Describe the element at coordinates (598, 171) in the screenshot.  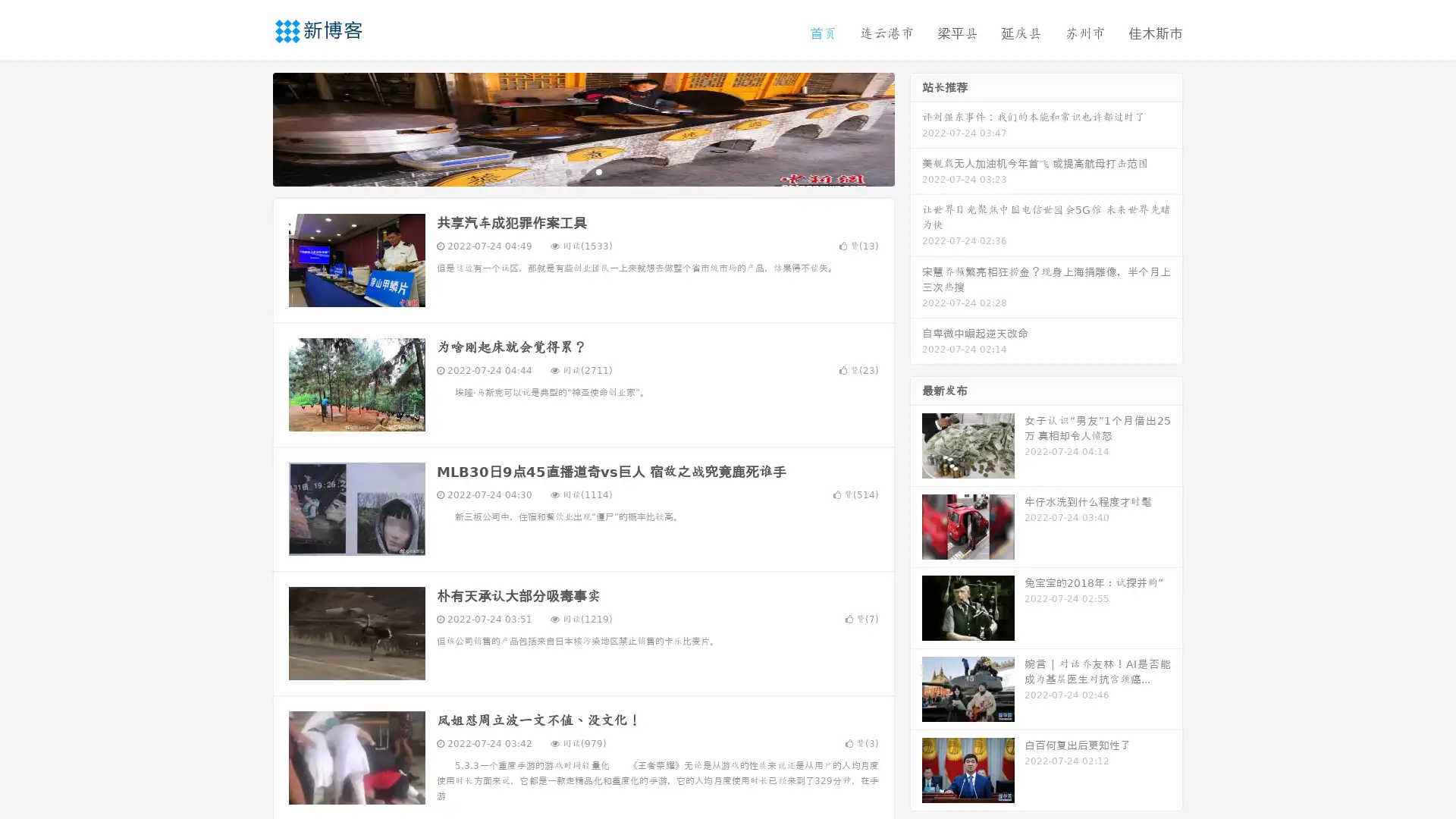
I see `Go to slide 3` at that location.